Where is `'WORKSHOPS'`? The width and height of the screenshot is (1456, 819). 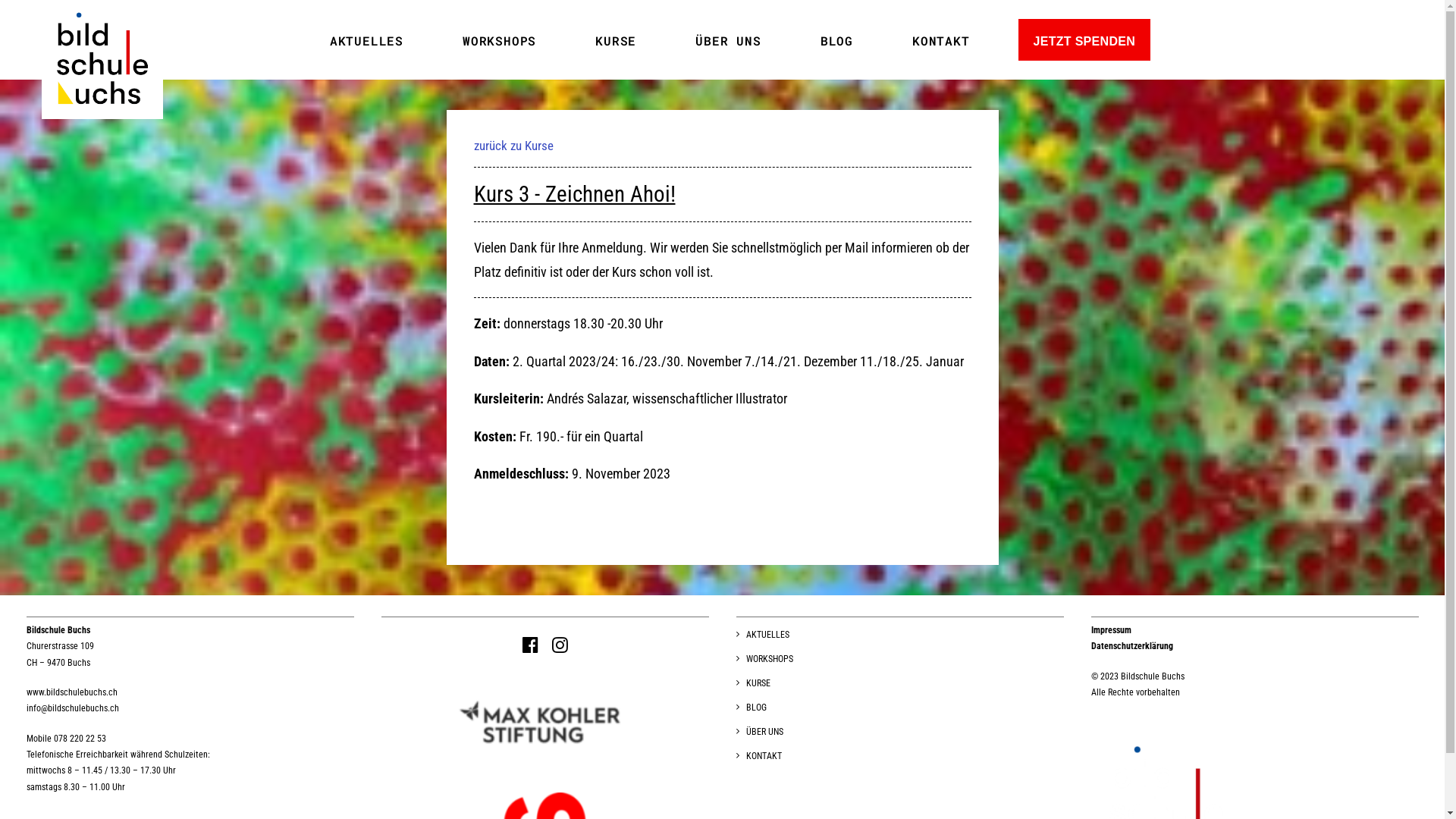 'WORKSHOPS' is located at coordinates (764, 660).